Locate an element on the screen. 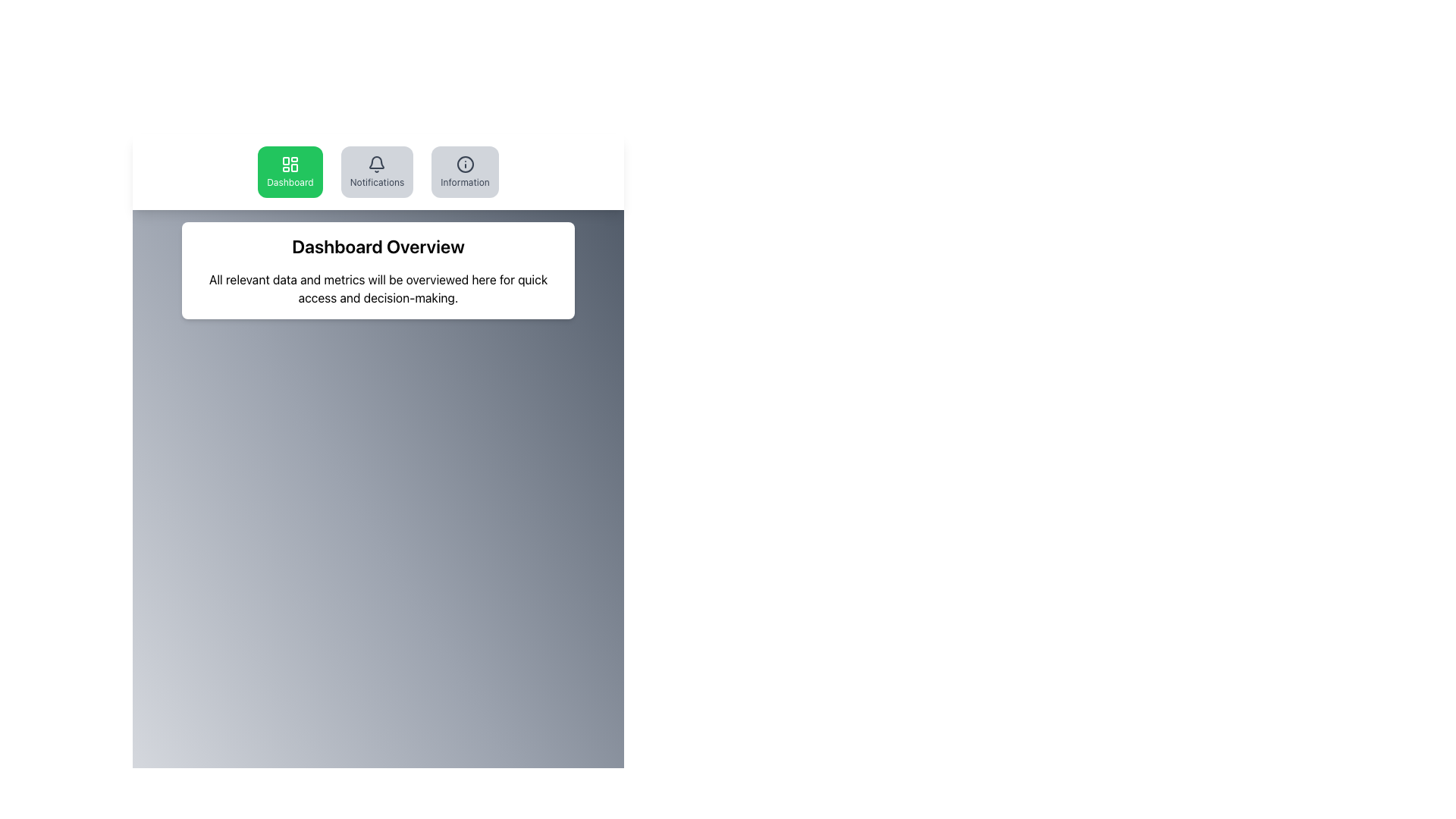  the introductory text block that provides an overview of the dashboard's purpose, located below the header section with navigation options is located at coordinates (378, 270).